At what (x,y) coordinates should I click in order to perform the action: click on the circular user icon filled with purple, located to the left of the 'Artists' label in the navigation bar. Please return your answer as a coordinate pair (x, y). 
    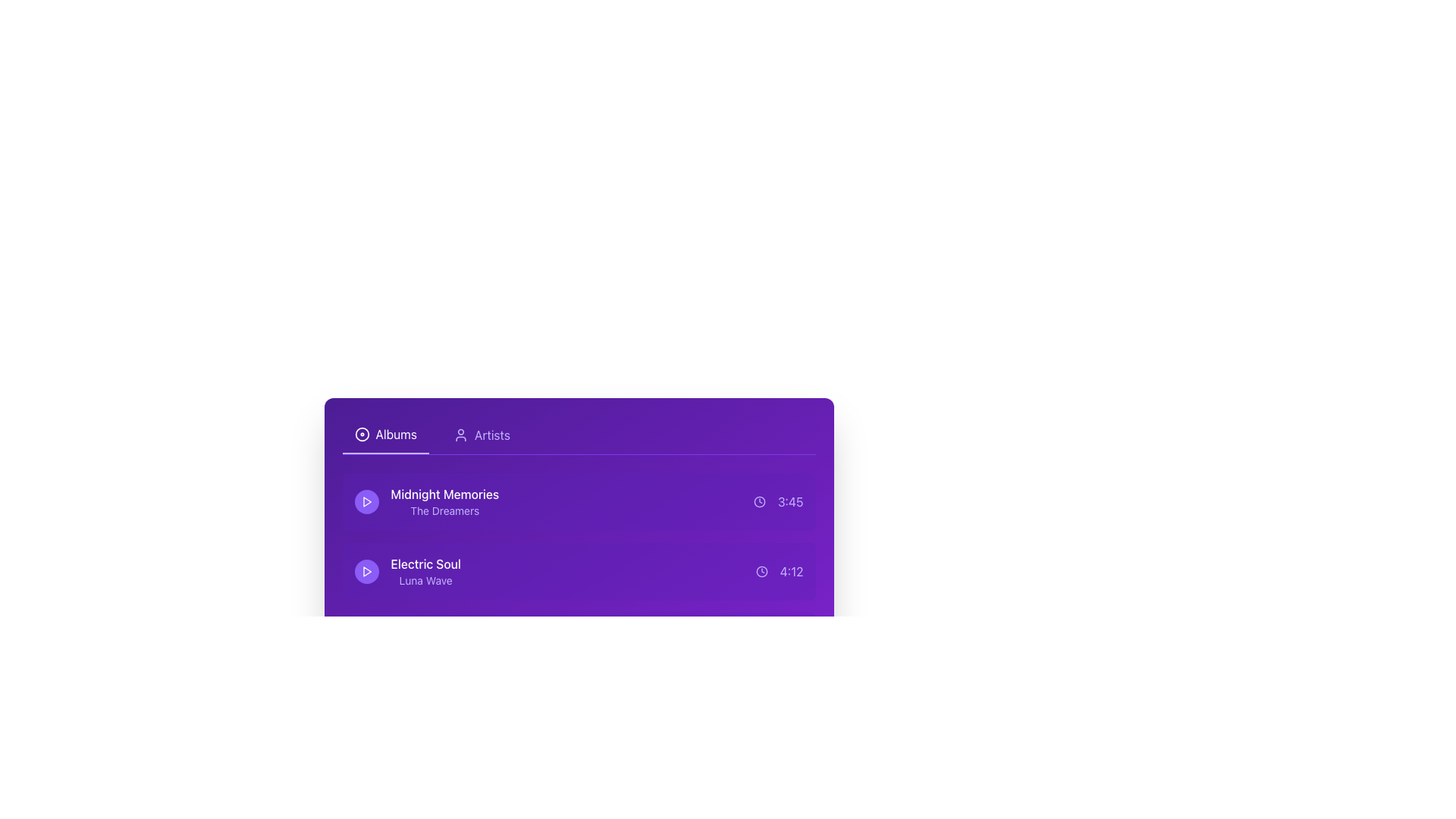
    Looking at the image, I should click on (460, 435).